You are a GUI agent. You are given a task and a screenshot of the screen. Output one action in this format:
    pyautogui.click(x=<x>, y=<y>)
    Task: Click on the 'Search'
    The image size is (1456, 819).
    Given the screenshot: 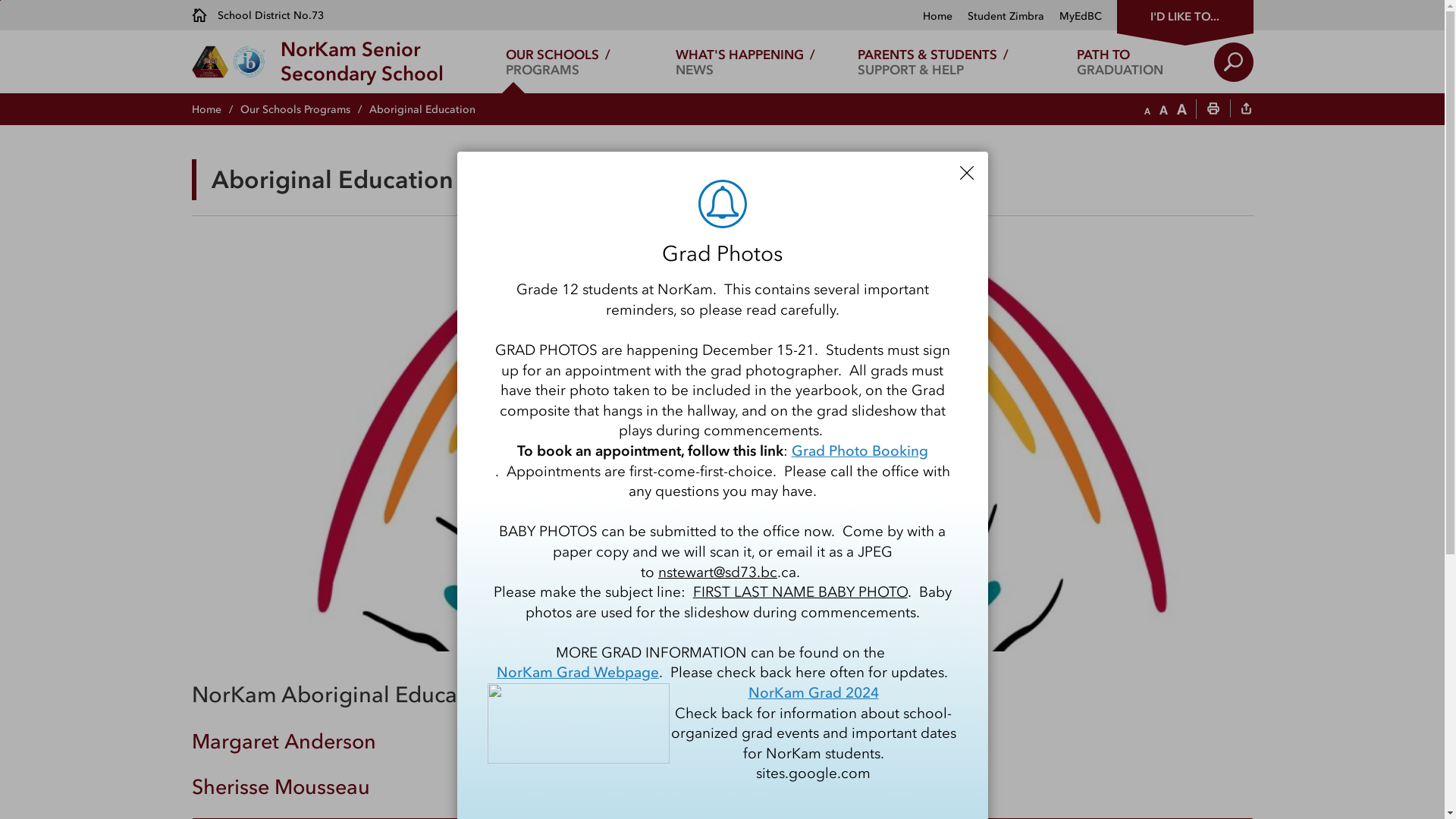 What is the action you would take?
    pyautogui.click(x=1233, y=61)
    